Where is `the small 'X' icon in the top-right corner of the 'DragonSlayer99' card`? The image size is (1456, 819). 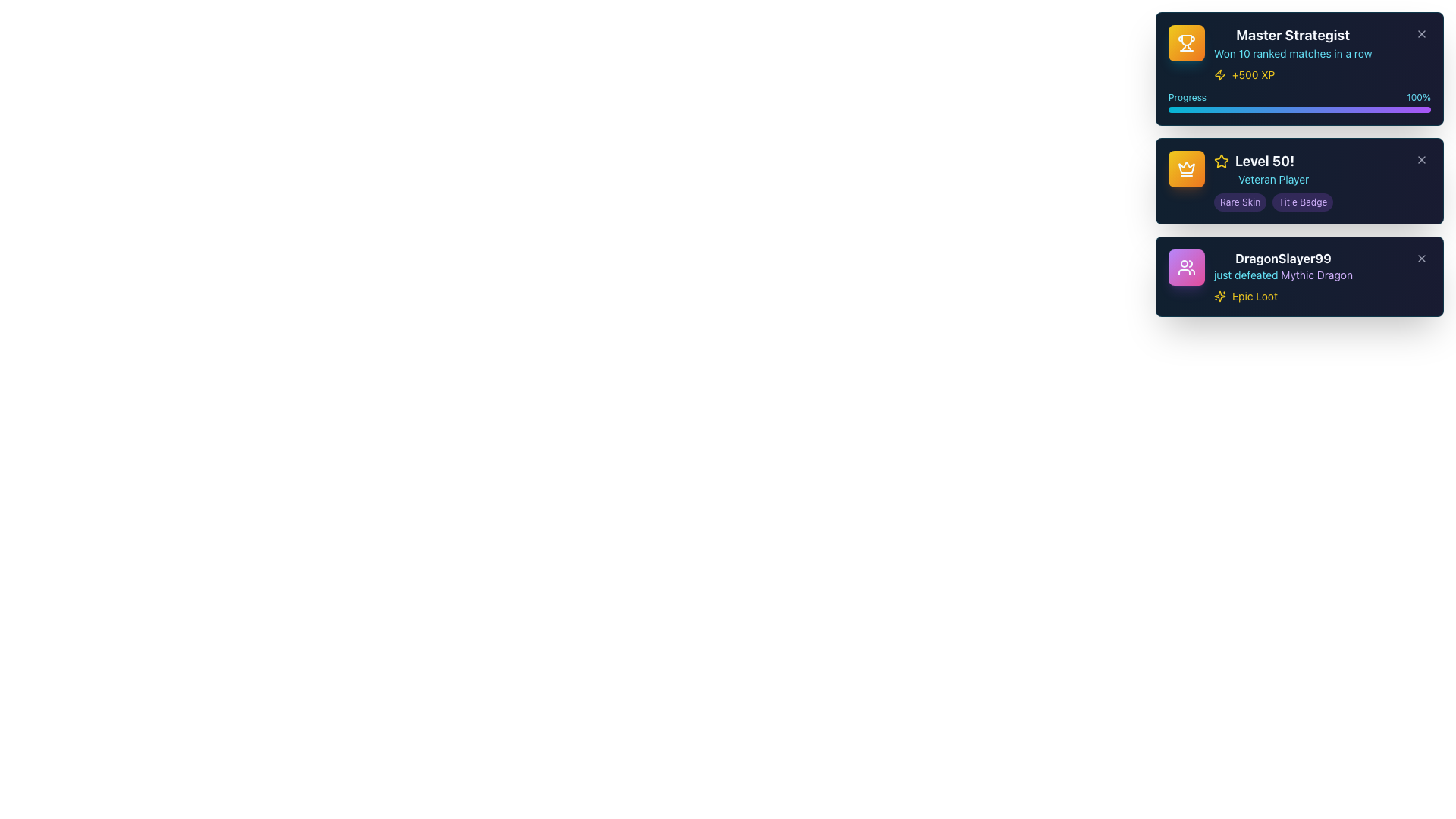 the small 'X' icon in the top-right corner of the 'DragonSlayer99' card is located at coordinates (1421, 257).